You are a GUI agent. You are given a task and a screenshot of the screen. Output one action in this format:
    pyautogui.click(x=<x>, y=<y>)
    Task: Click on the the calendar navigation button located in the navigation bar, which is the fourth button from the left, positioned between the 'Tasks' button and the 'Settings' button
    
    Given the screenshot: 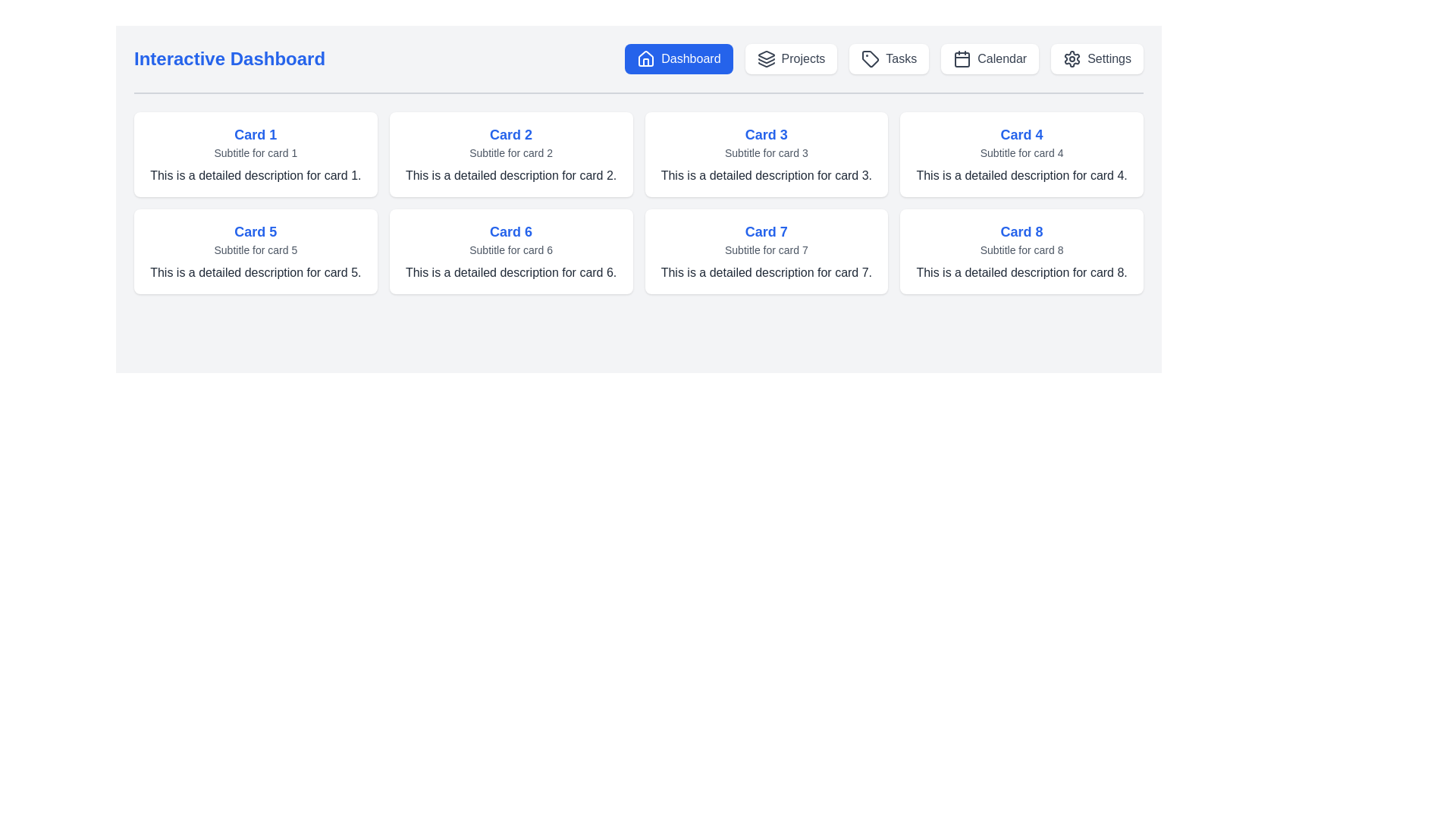 What is the action you would take?
    pyautogui.click(x=990, y=58)
    